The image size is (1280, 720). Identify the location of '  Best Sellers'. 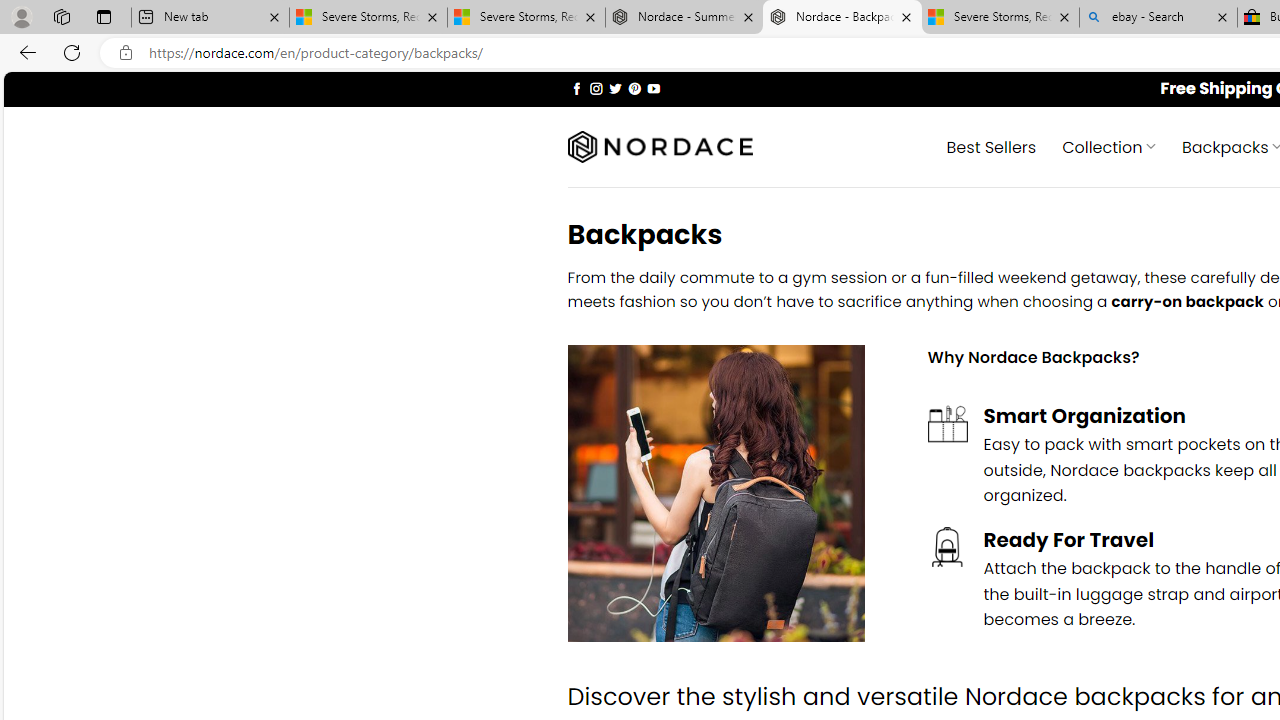
(991, 145).